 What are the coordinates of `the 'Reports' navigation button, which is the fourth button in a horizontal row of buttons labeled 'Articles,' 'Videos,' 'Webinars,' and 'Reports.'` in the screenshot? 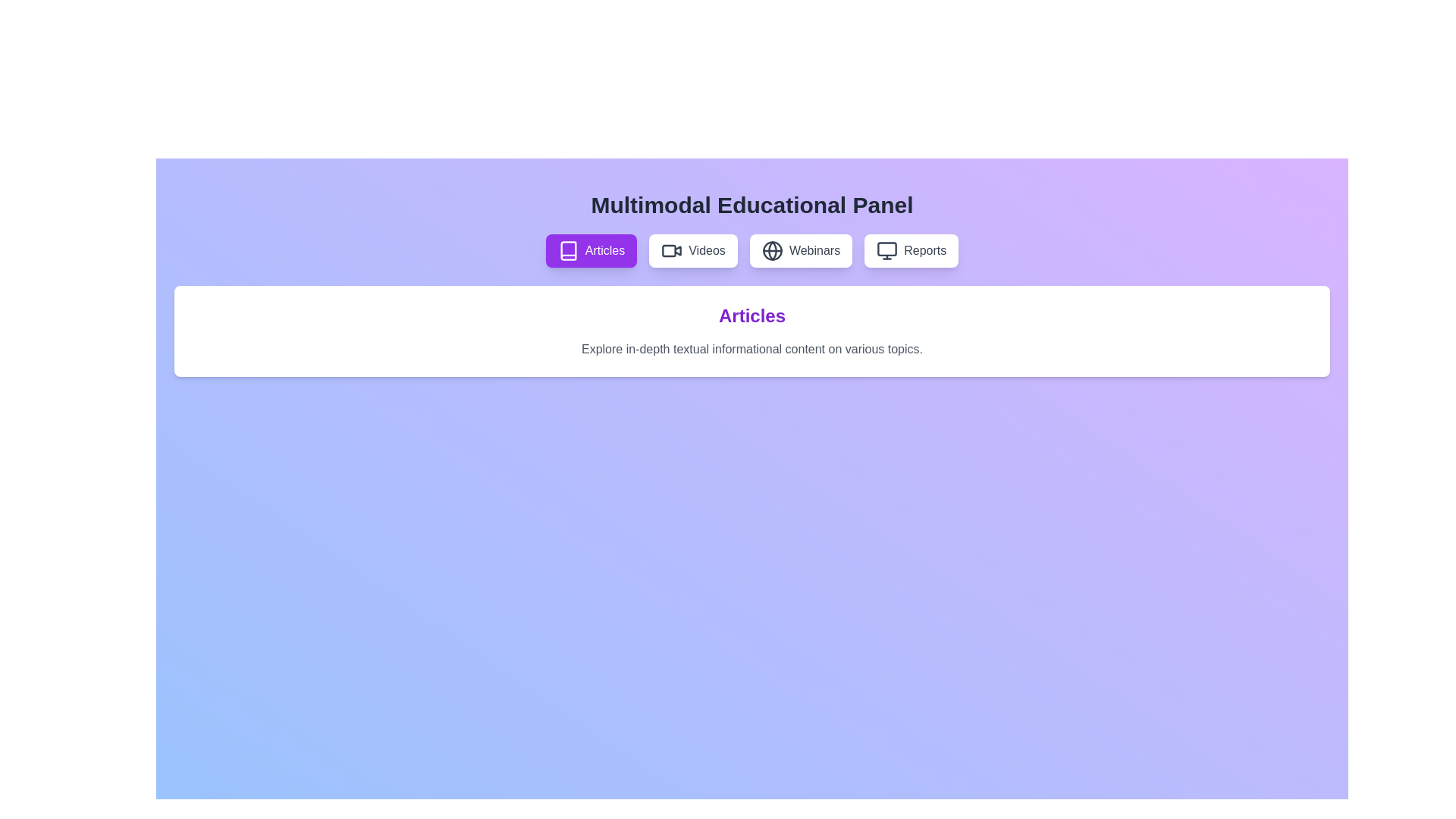 It's located at (911, 250).